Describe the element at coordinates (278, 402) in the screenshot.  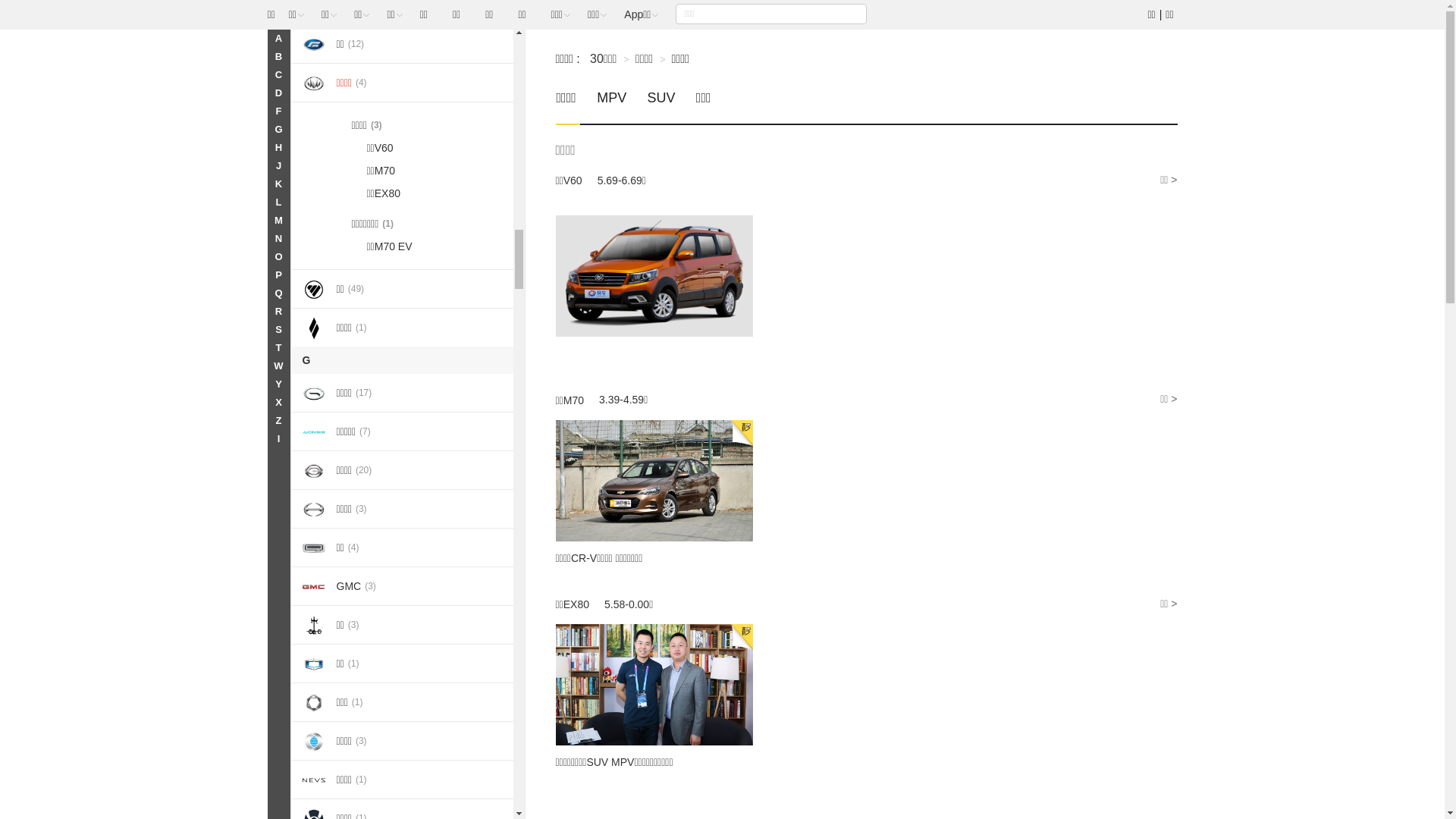
I see `'X'` at that location.